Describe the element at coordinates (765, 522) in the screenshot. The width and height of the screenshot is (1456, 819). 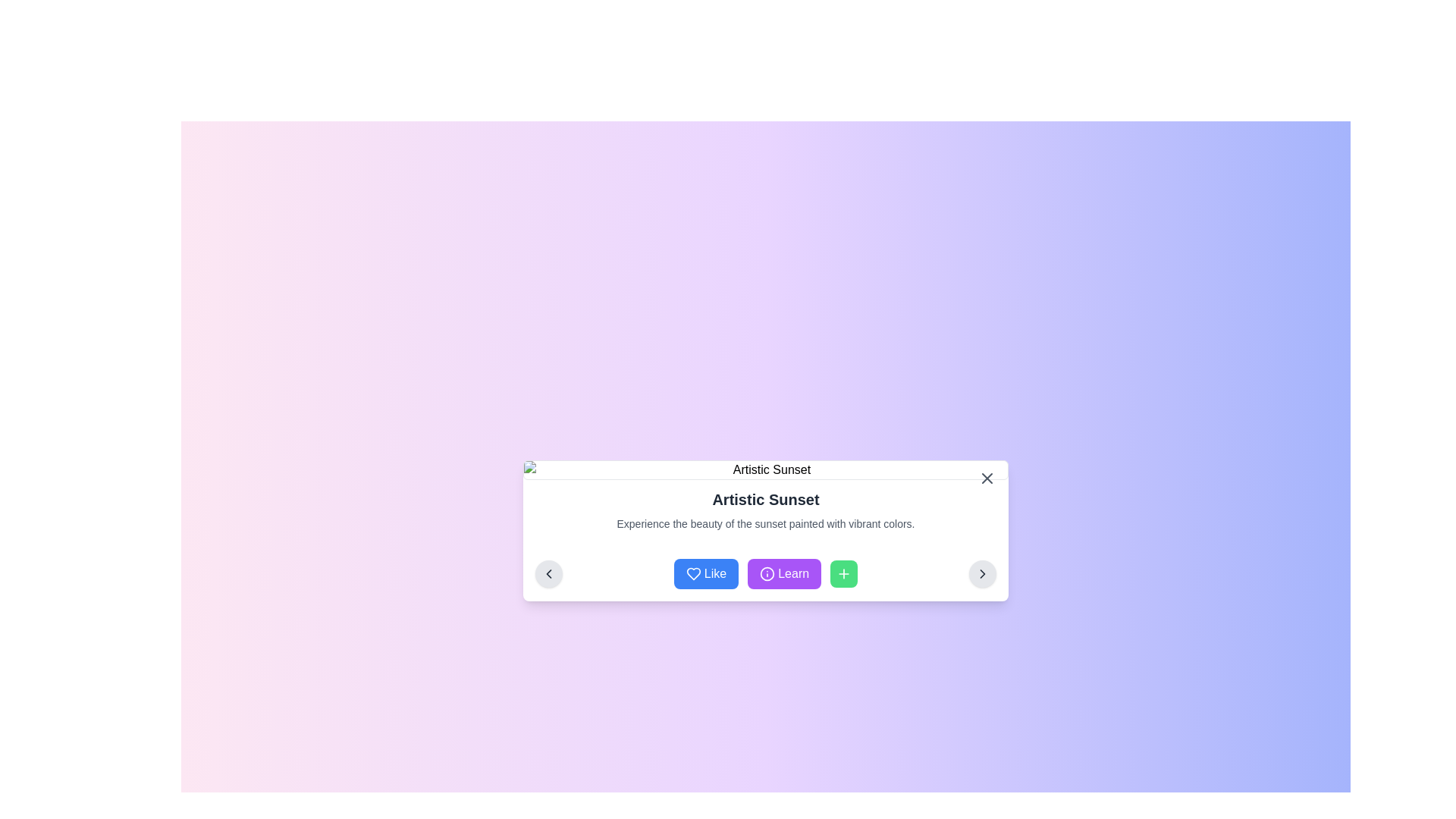
I see `the text element displaying 'Experience the beauty of the sunset painted with vibrant colors.' located below the title 'Artistic Sunset'` at that location.